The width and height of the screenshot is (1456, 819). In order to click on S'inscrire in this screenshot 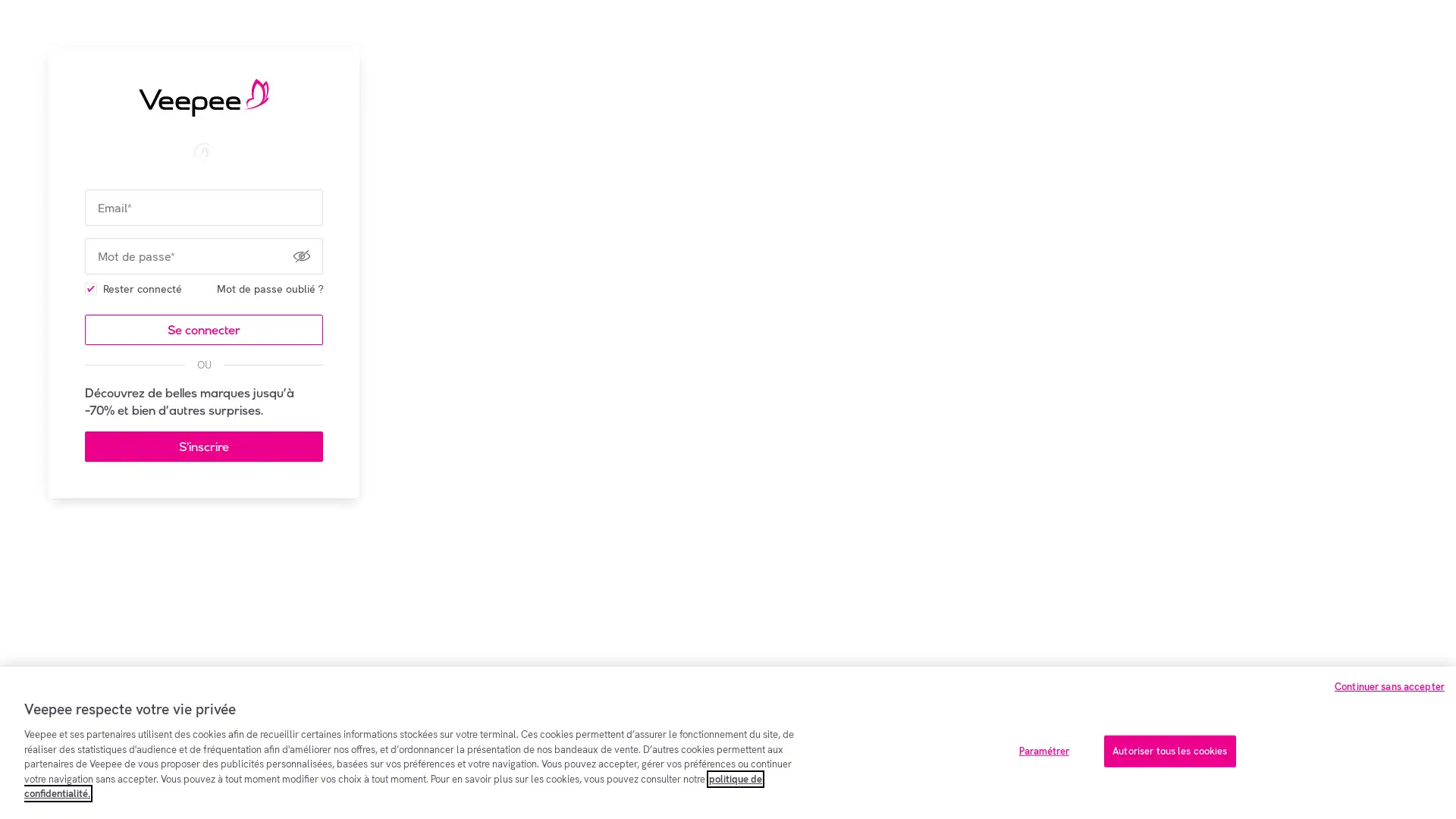, I will do `click(202, 452)`.